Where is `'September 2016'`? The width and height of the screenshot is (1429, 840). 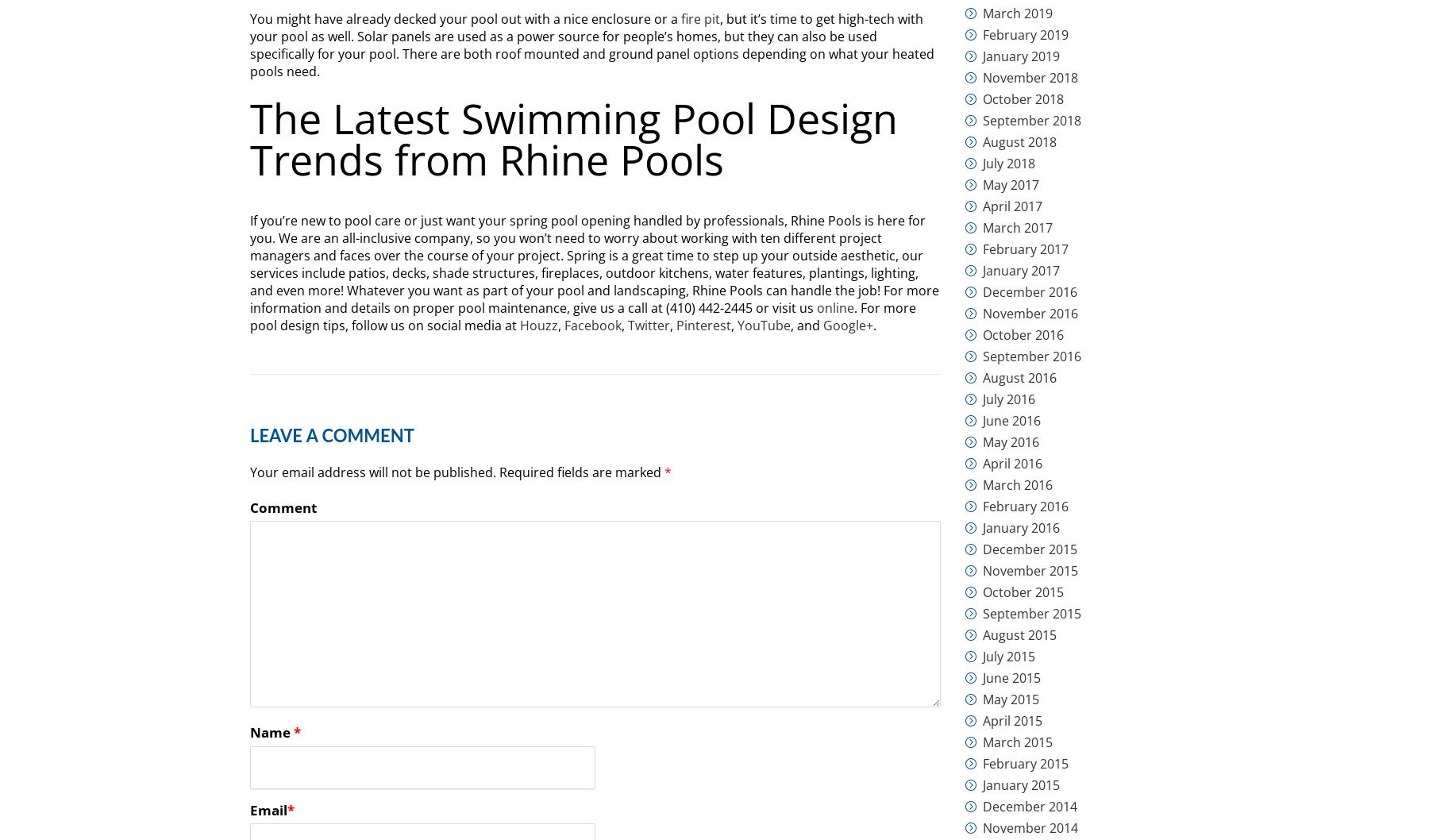 'September 2016' is located at coordinates (1031, 356).